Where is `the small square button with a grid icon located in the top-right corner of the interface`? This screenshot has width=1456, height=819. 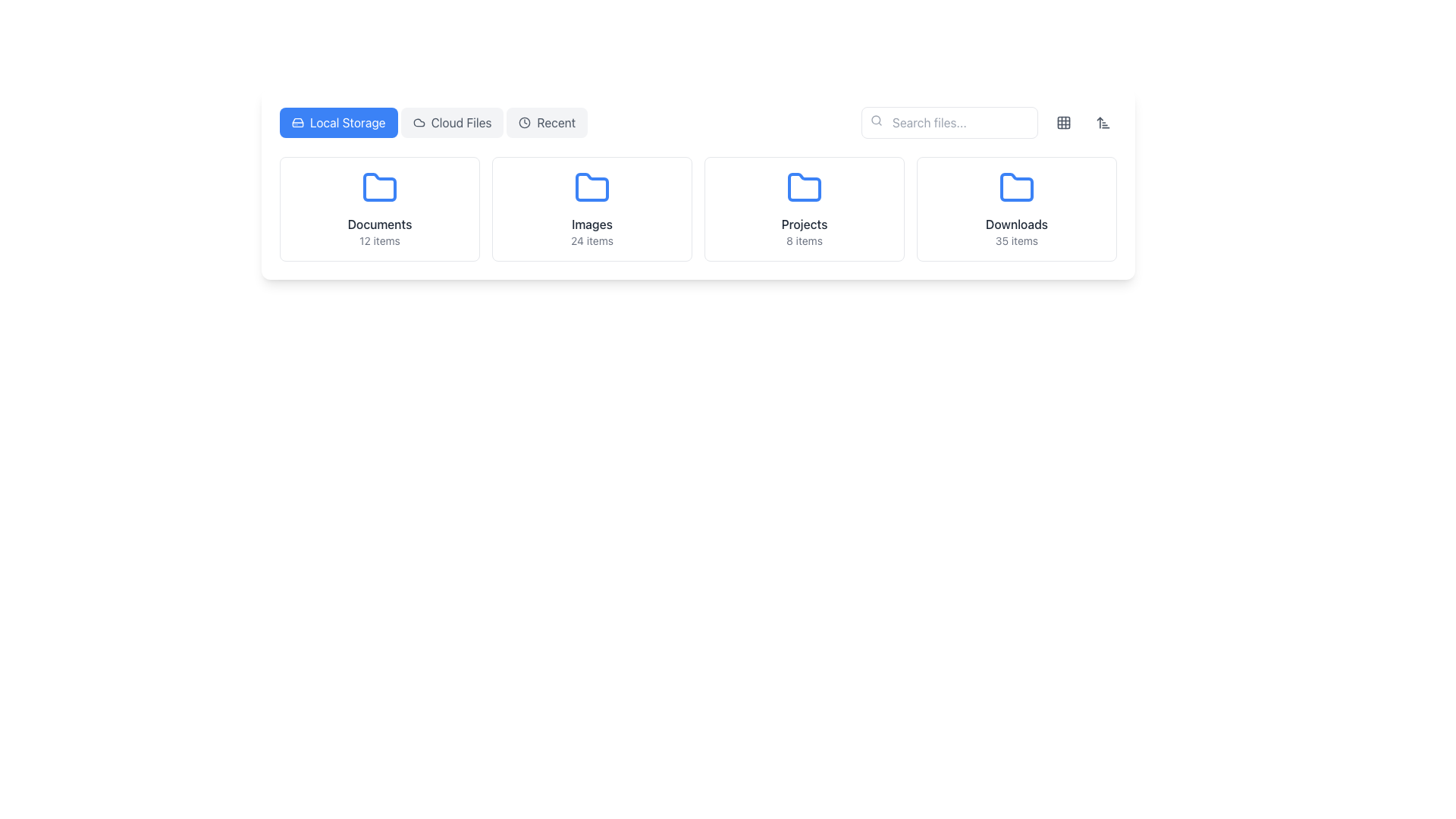
the small square button with a grid icon located in the top-right corner of the interface is located at coordinates (1062, 122).